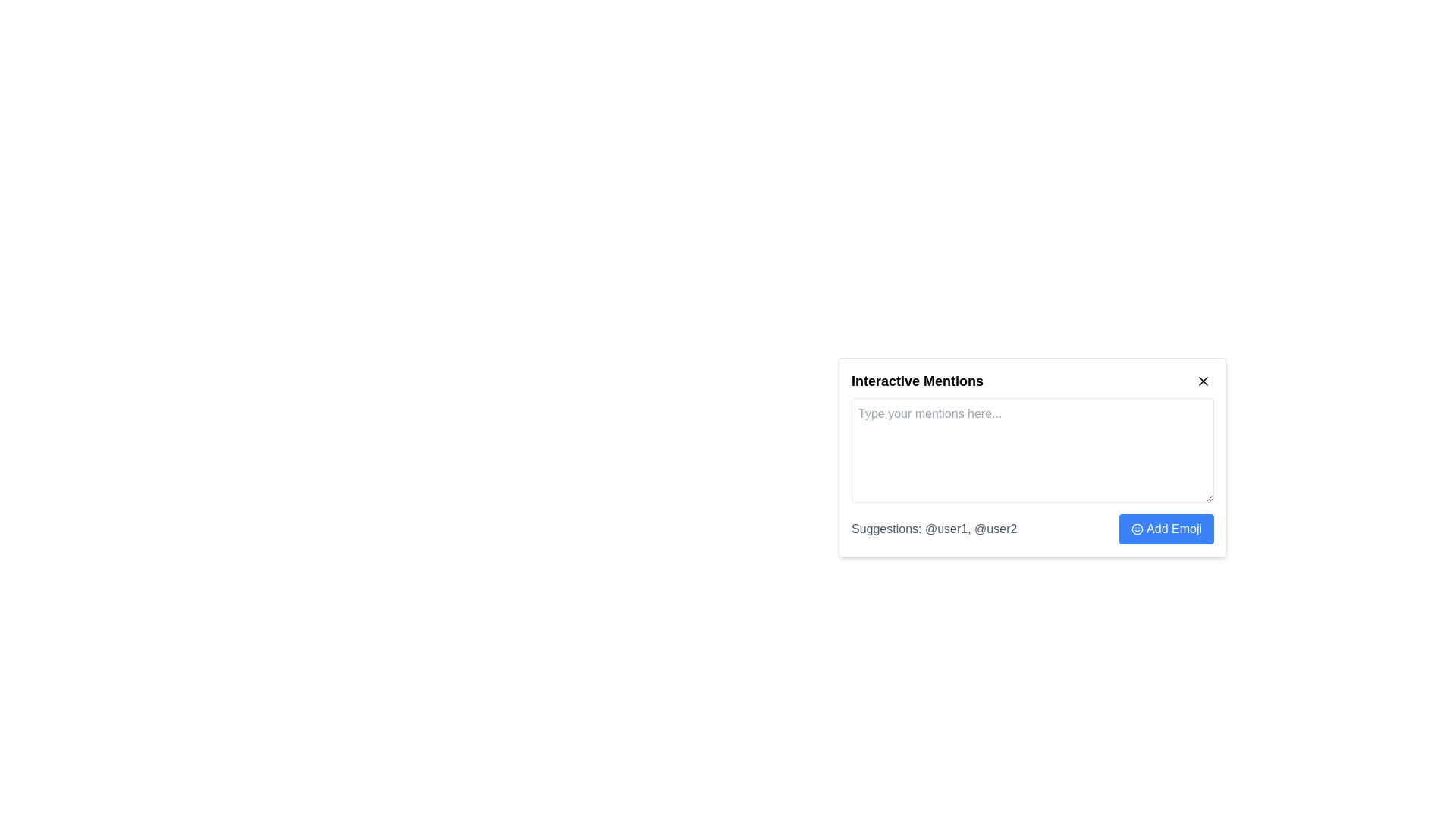  I want to click on the close button located at the top-right corner of the 'Interactive Mentions' dialog box, so click(1203, 380).